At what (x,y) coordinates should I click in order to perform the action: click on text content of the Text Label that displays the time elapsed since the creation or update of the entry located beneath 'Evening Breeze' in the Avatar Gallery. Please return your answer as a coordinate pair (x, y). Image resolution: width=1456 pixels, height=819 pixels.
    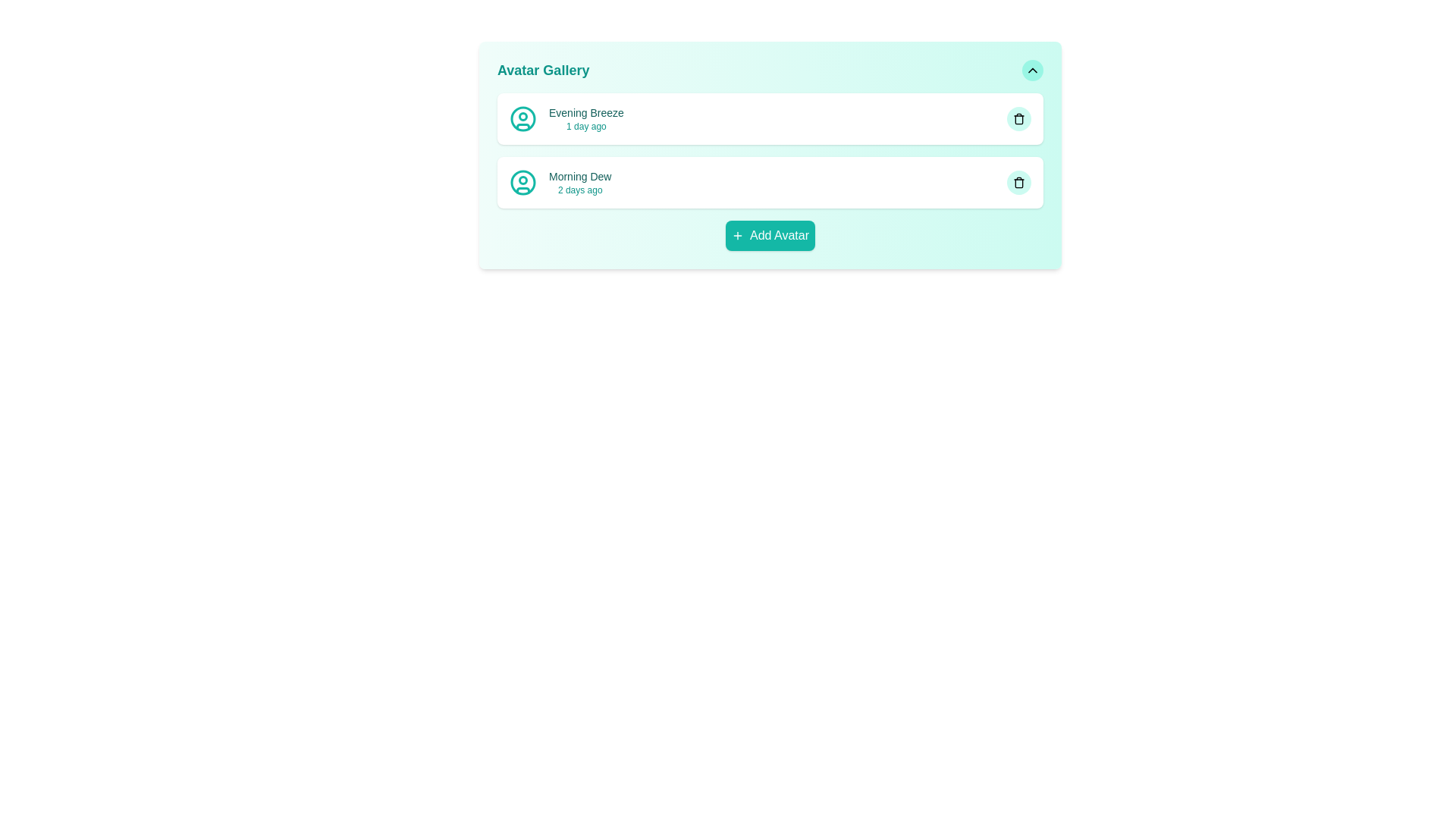
    Looking at the image, I should click on (585, 125).